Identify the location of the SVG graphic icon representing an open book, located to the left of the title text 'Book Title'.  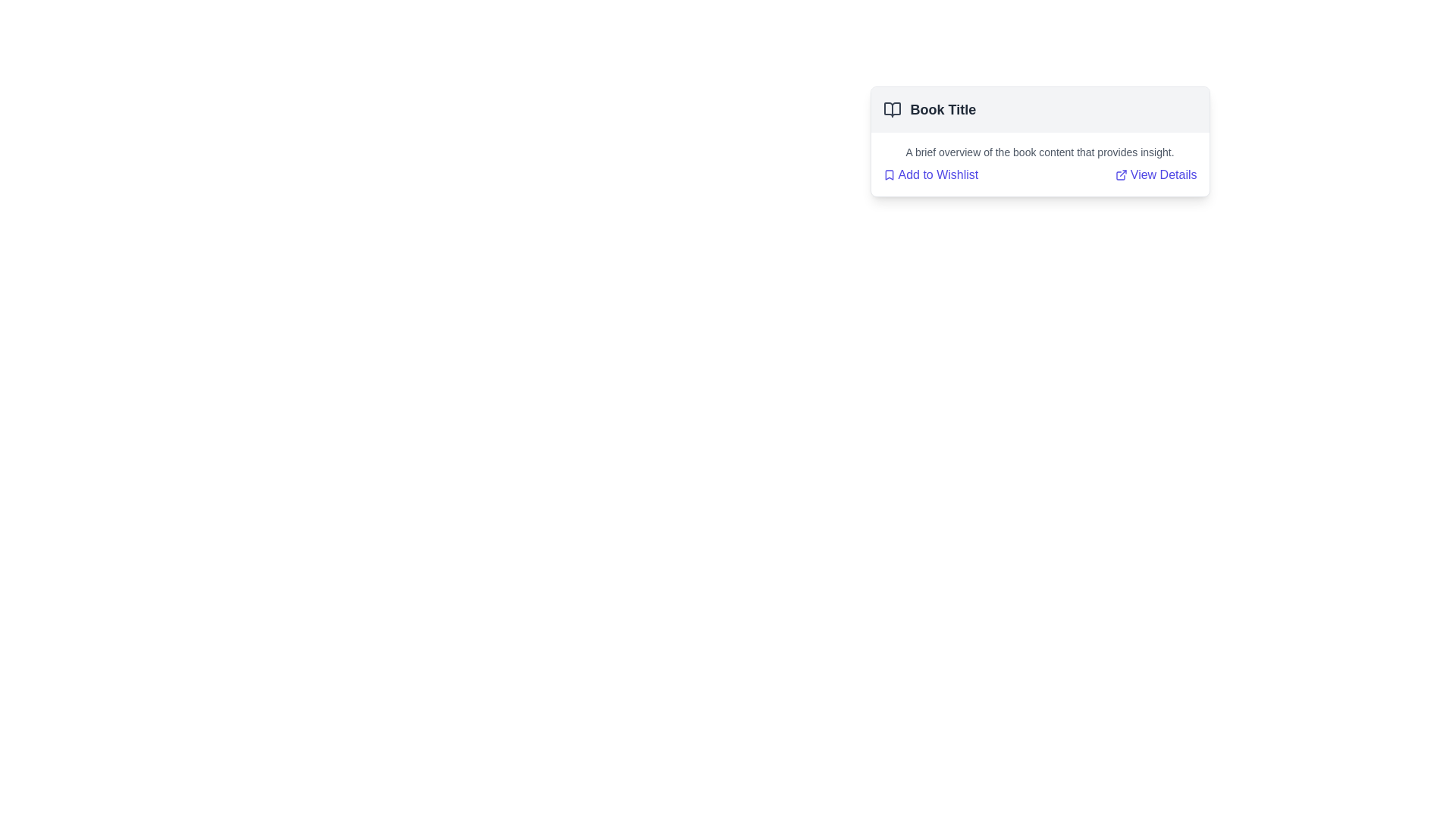
(892, 109).